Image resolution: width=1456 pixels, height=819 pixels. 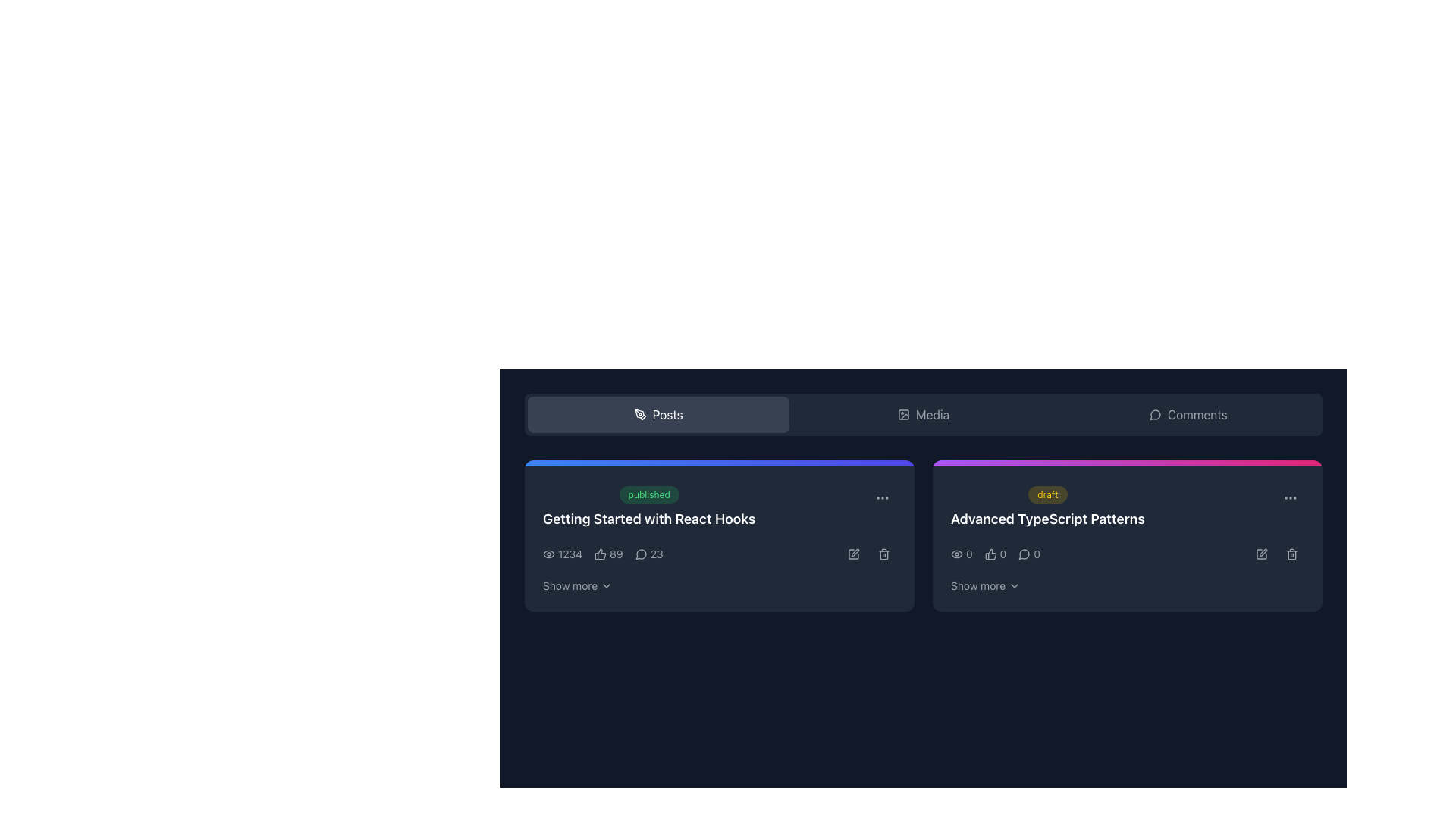 I want to click on the eye icon located in the footer area of the card displaying 'Advanced TypeScript Patterns'. This icon is the first element in a horizontally aligned group of icons and text, so click(x=956, y=554).